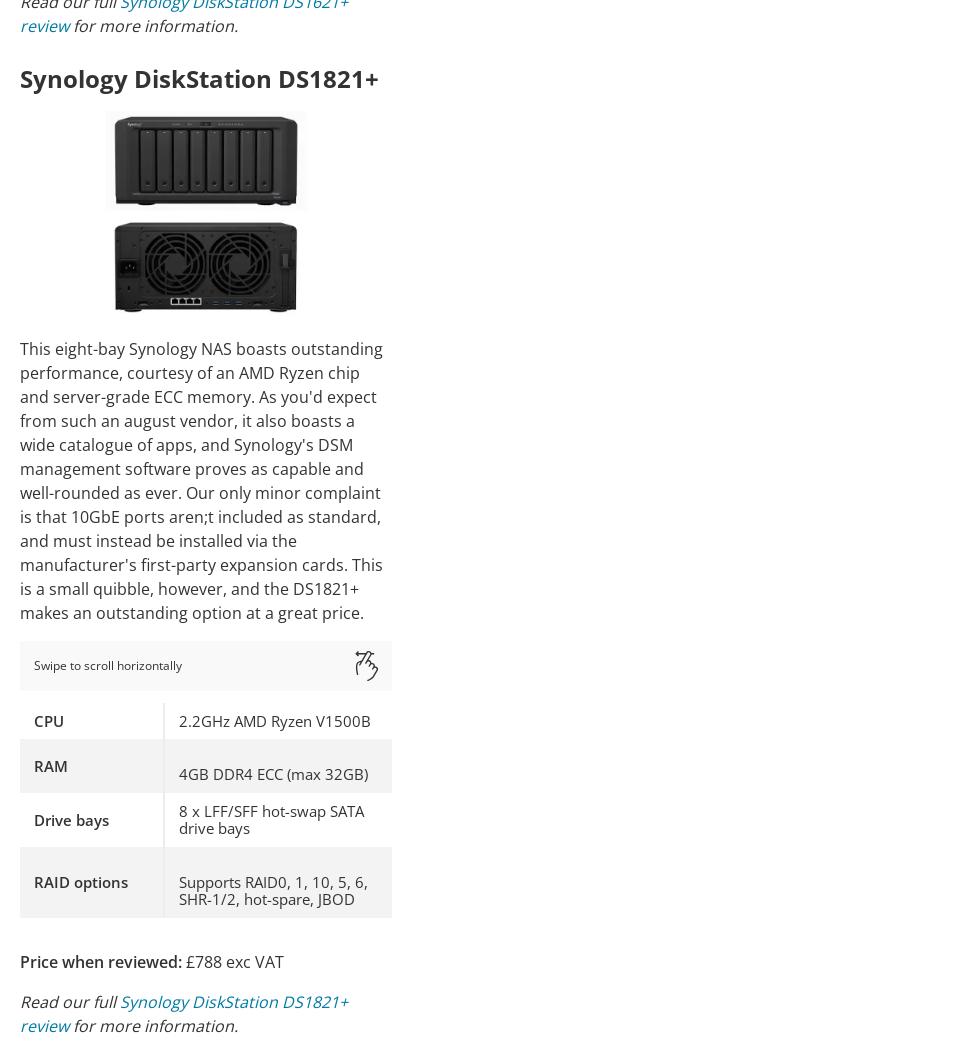 The image size is (980, 1042). I want to click on 'Swipe to scroll horizontally', so click(107, 664).